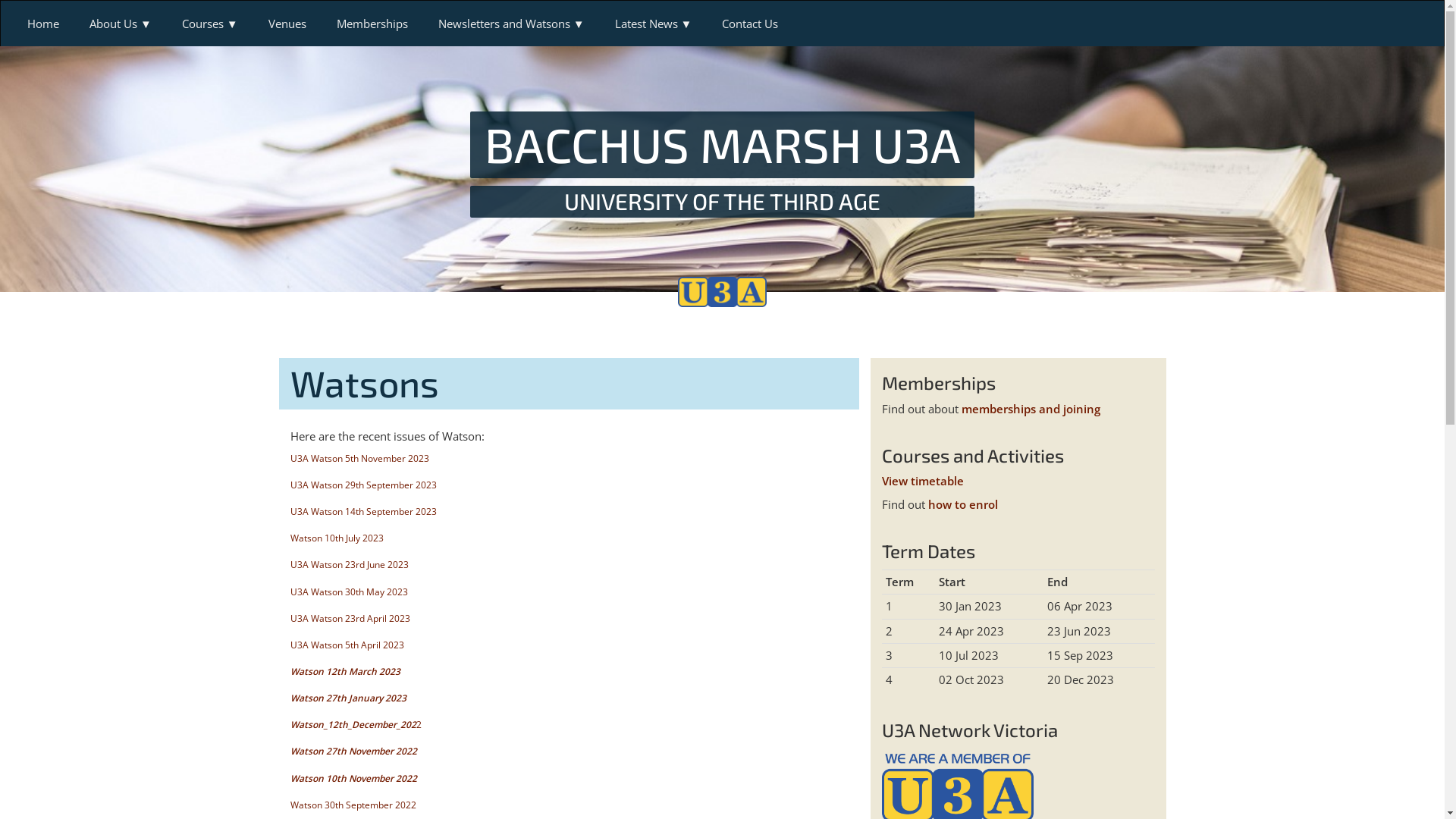 The image size is (1456, 819). What do you see at coordinates (290, 778) in the screenshot?
I see `'Watson 10th November 2022'` at bounding box center [290, 778].